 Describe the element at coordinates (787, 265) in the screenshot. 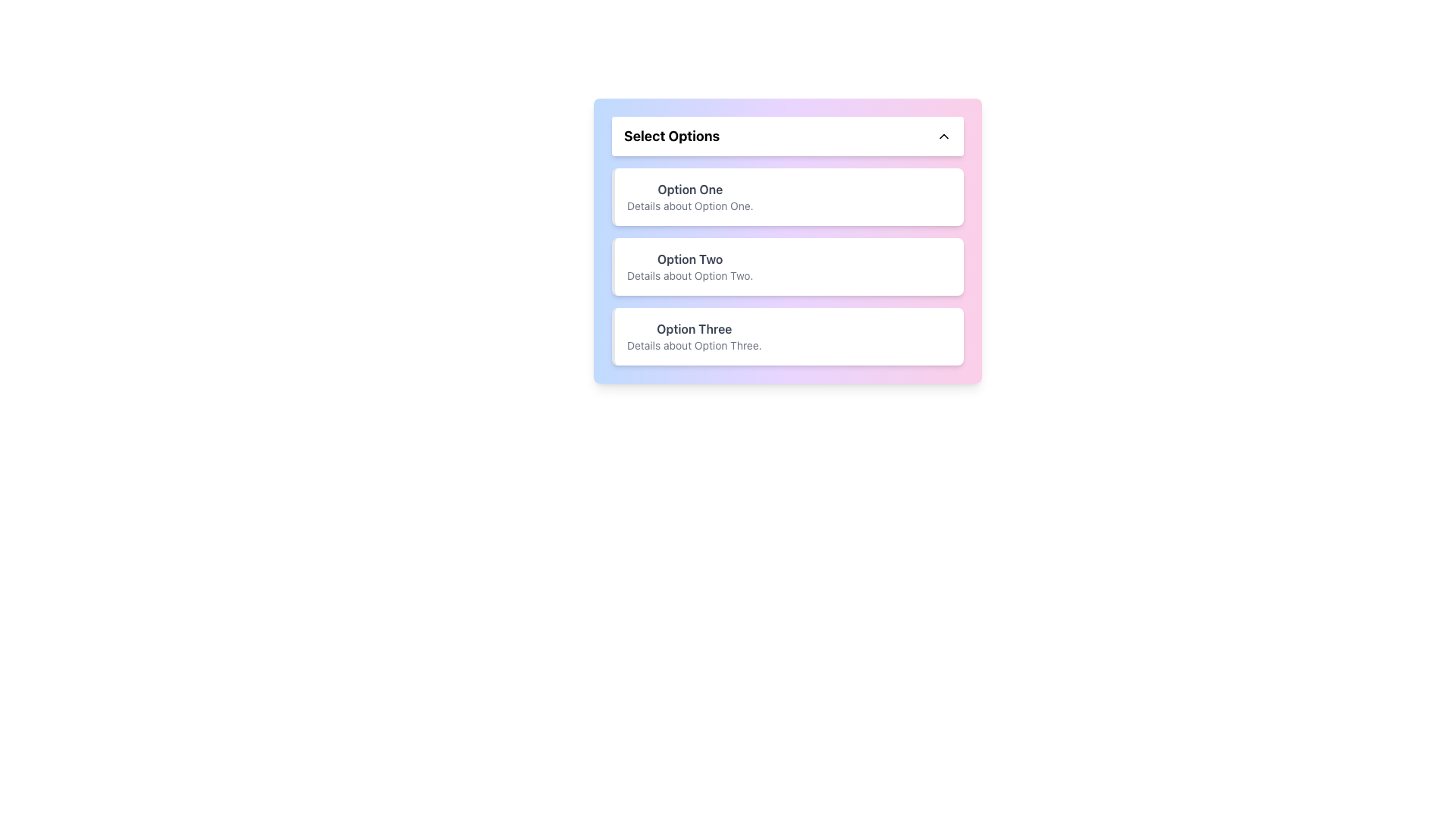

I see `the 'Option Two' card in the selection list` at that location.